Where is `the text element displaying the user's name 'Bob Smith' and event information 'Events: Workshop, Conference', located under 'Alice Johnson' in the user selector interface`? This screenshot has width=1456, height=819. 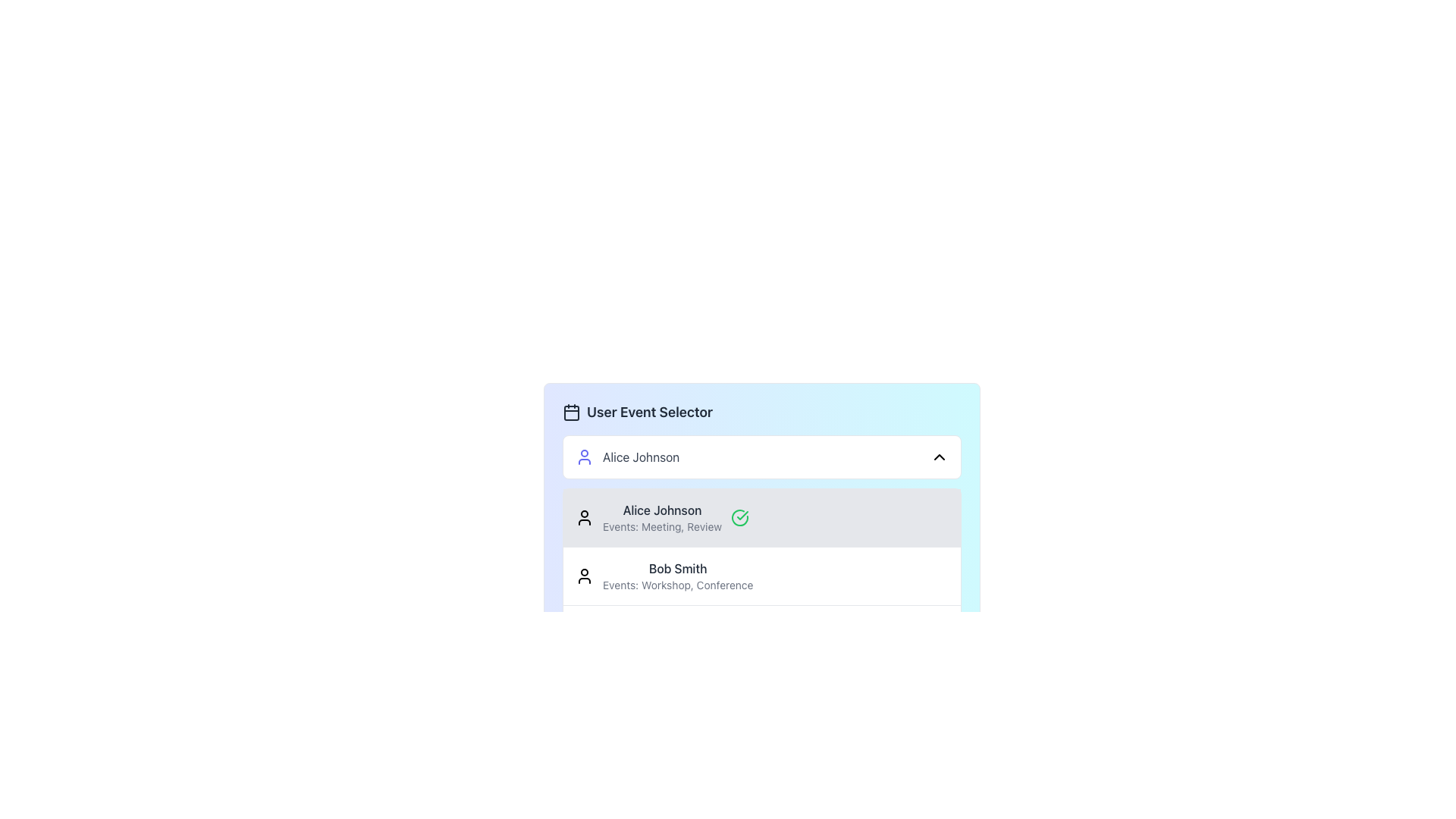 the text element displaying the user's name 'Bob Smith' and event information 'Events: Workshop, Conference', located under 'Alice Johnson' in the user selector interface is located at coordinates (677, 576).